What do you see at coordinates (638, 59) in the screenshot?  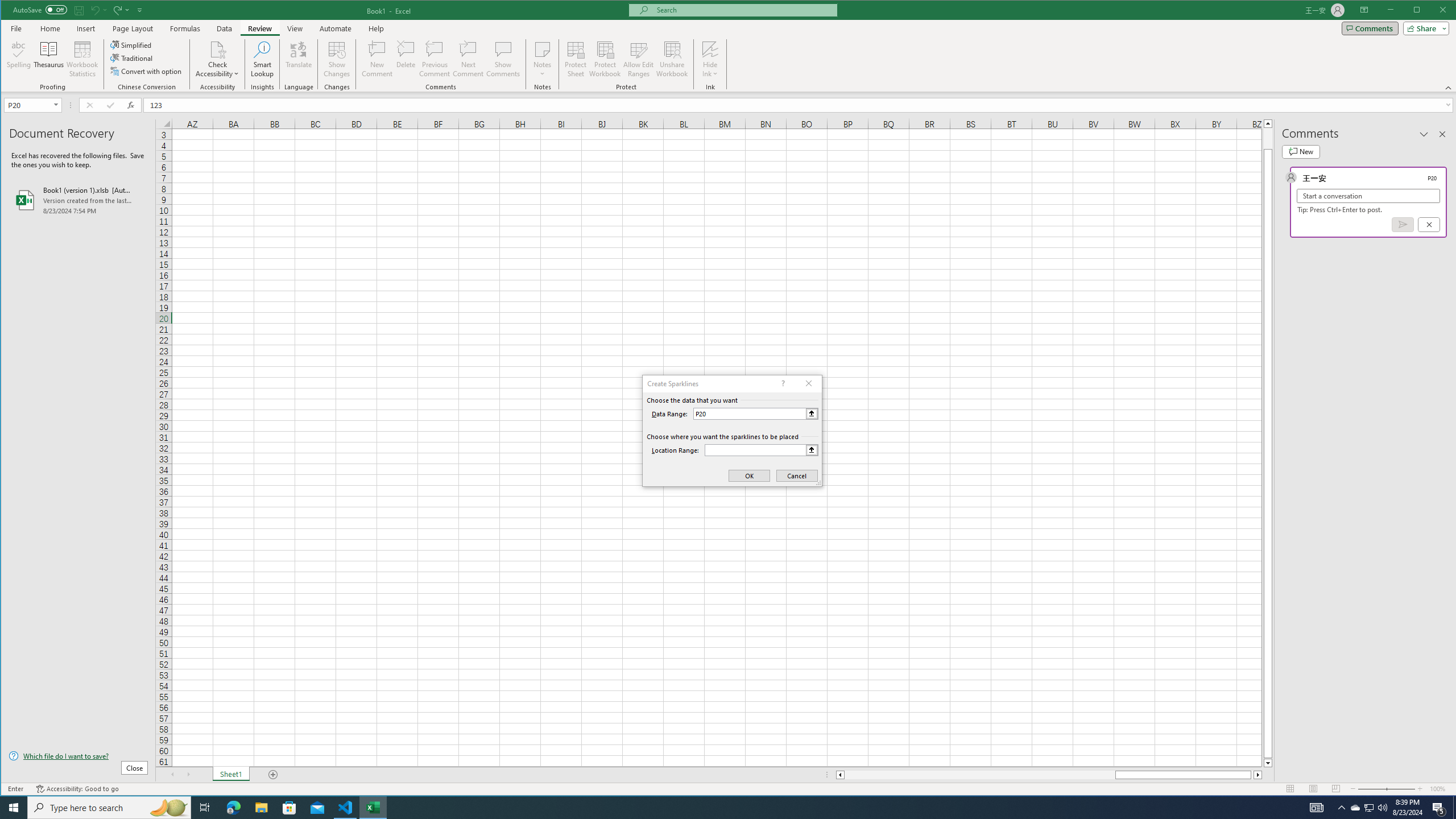 I see `'Allow Edit Ranges'` at bounding box center [638, 59].